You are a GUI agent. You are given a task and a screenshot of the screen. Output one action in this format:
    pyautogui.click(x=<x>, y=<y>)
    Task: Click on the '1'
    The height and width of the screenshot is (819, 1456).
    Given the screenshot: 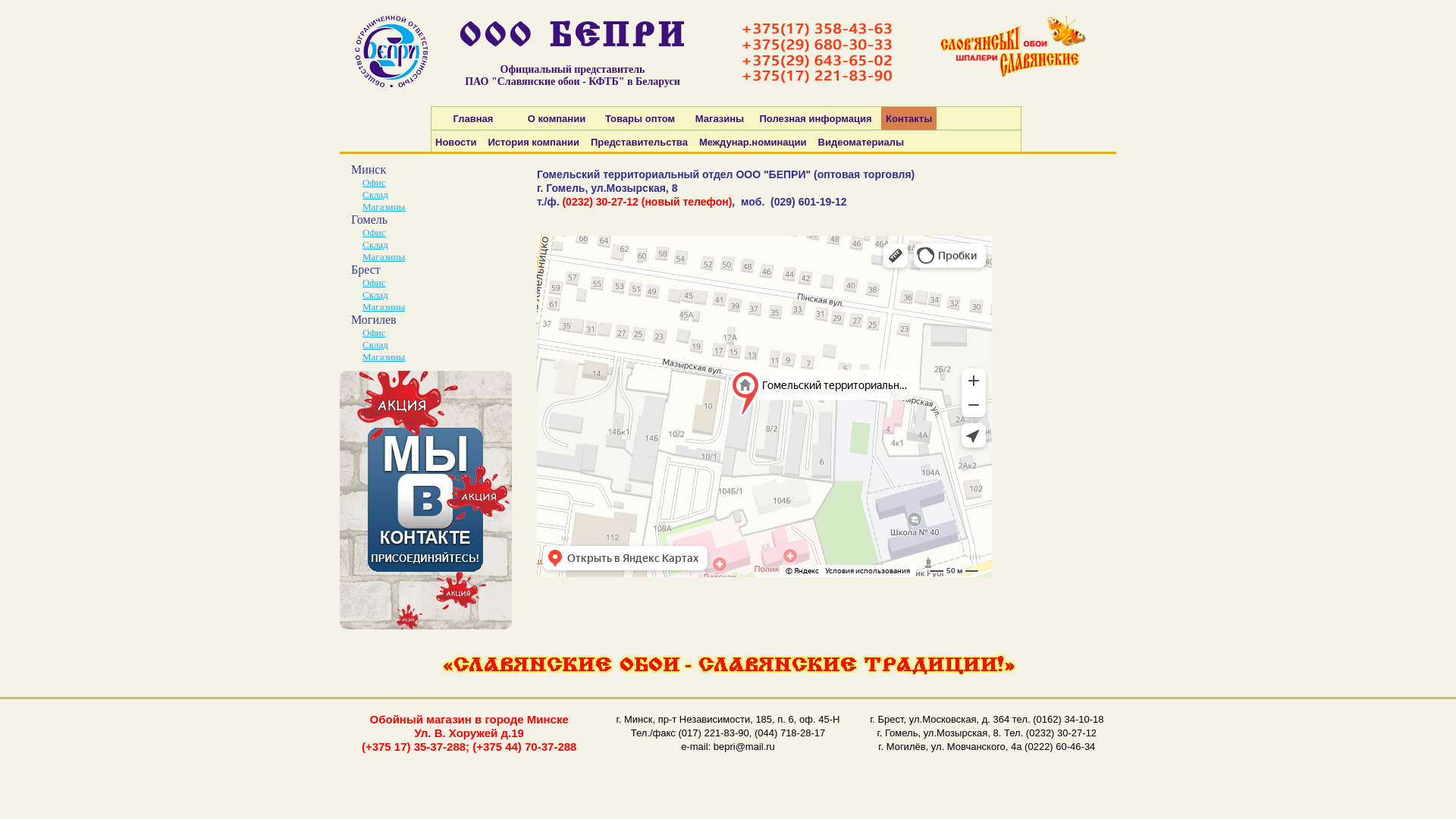 What is the action you would take?
    pyautogui.click(x=338, y=500)
    